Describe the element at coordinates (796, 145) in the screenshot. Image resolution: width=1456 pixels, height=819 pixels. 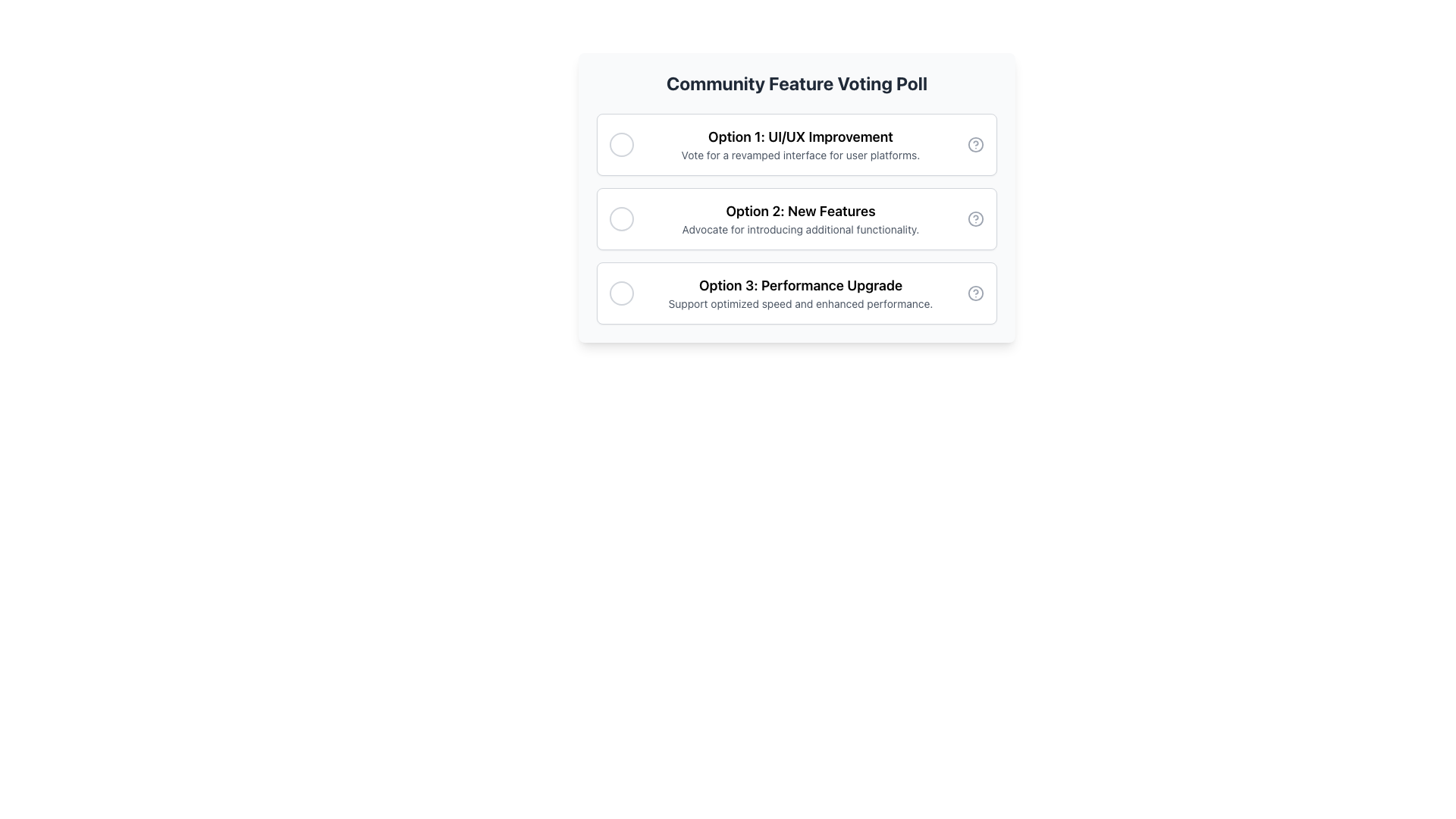
I see `the first selectable option for the voting poll, which includes the radio button and the text 'Option 1: UI/UX Improvement'` at that location.